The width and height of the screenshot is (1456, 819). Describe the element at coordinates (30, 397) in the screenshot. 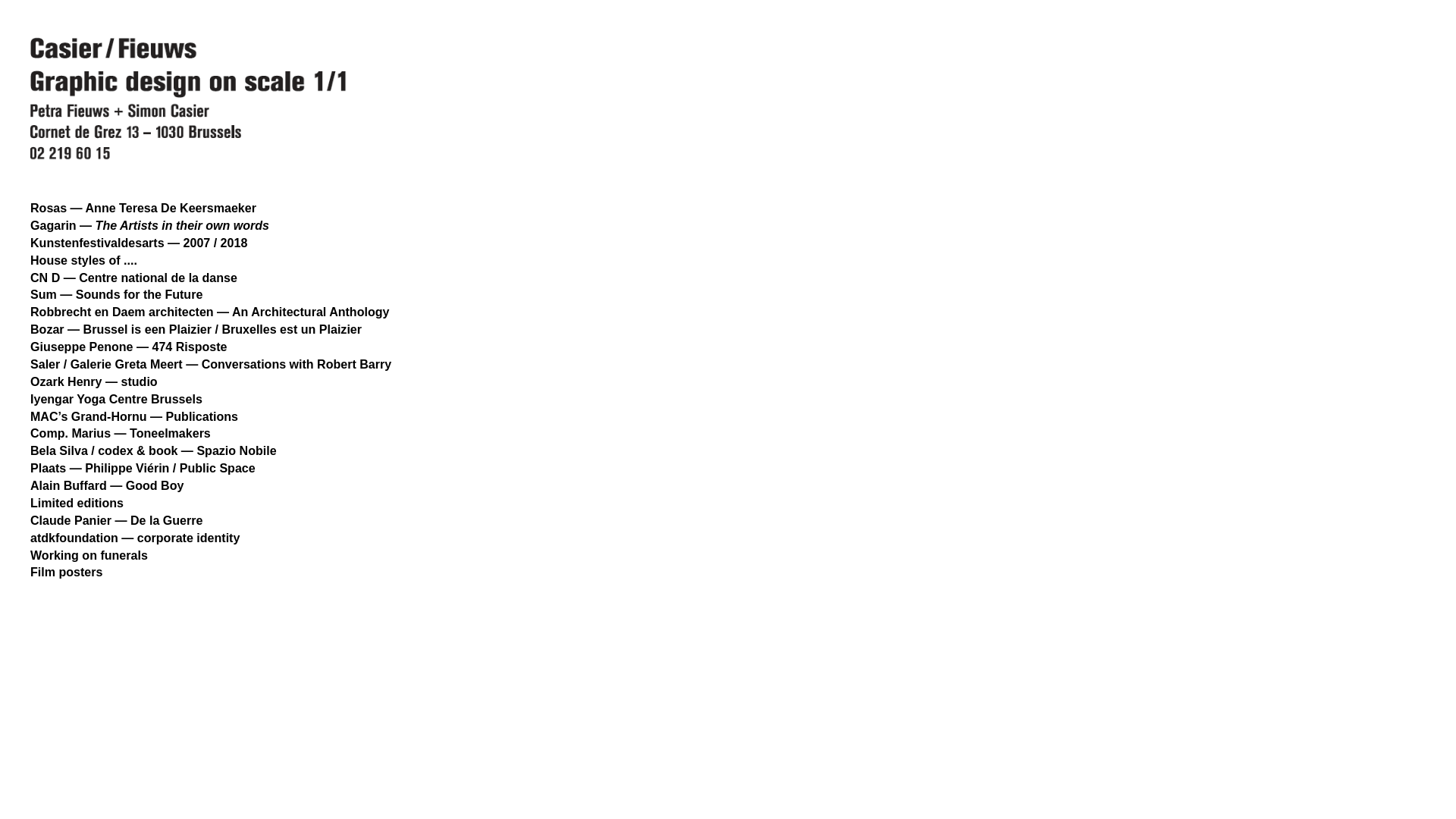

I see `'Iyengar Yoga Centre Brussels'` at that location.